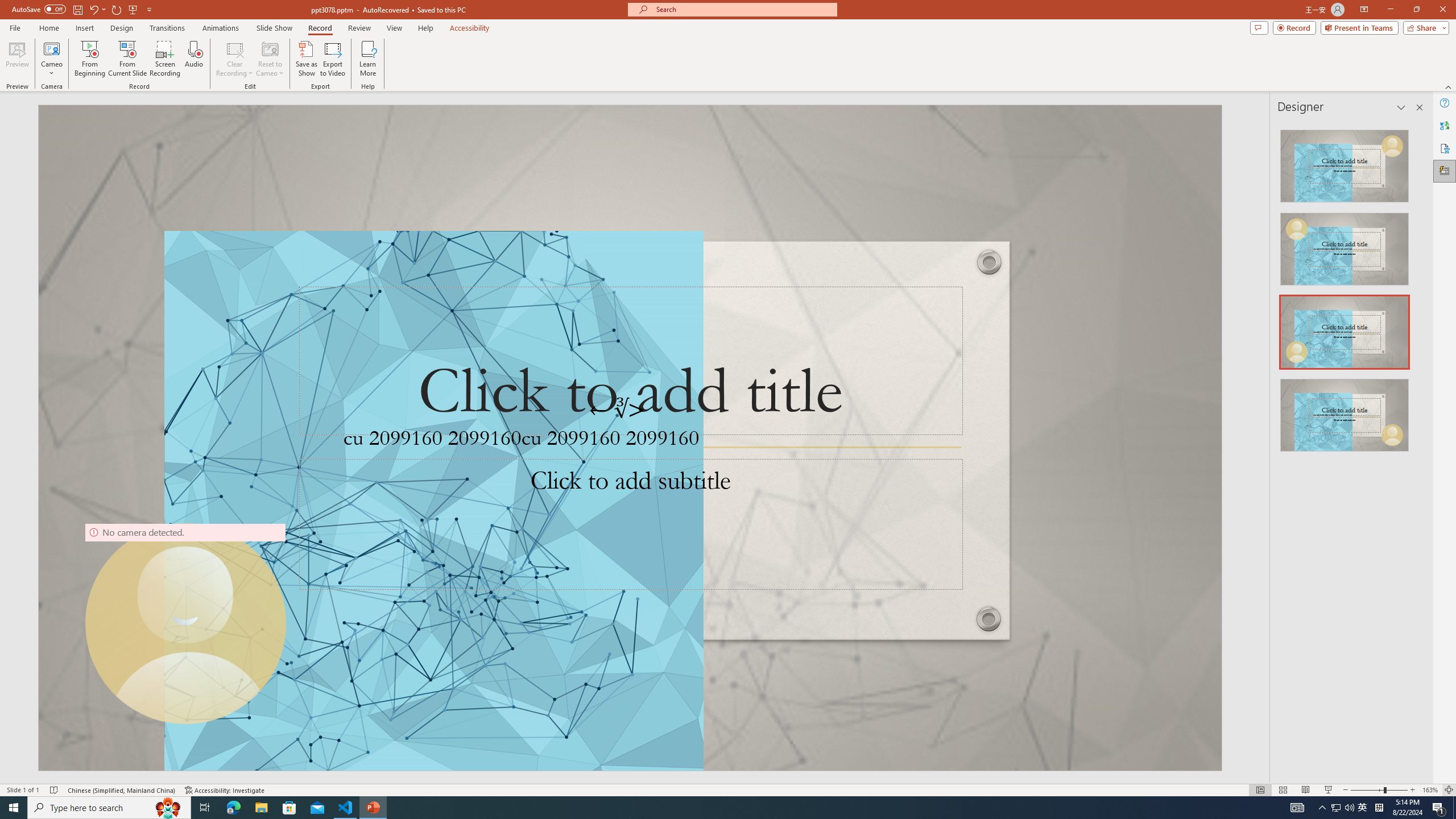  I want to click on 'Recommended Design: Design Idea', so click(1345, 162).